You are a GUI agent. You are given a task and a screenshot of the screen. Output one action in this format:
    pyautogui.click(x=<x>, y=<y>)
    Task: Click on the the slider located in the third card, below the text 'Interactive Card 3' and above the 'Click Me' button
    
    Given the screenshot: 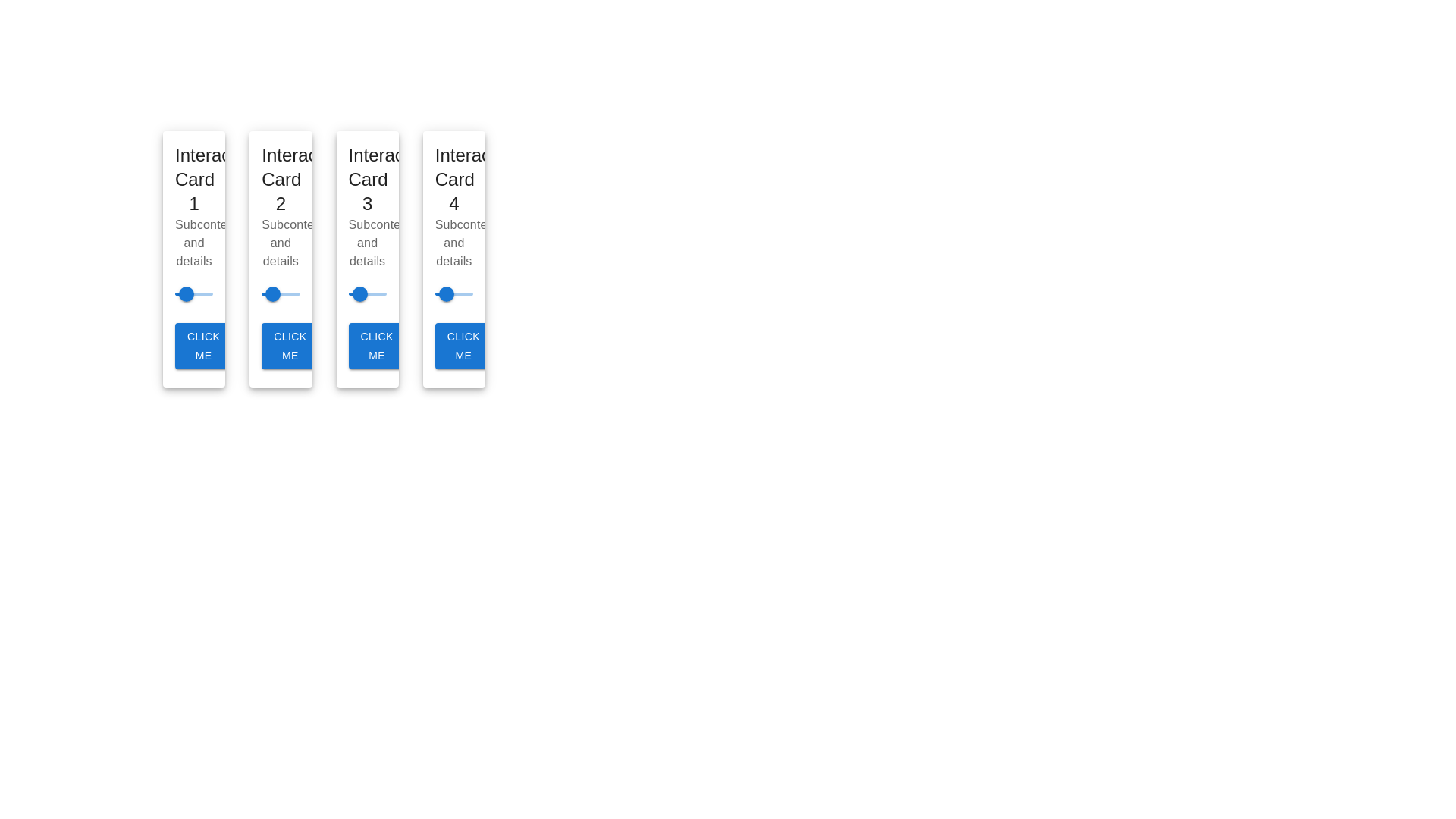 What is the action you would take?
    pyautogui.click(x=367, y=259)
    